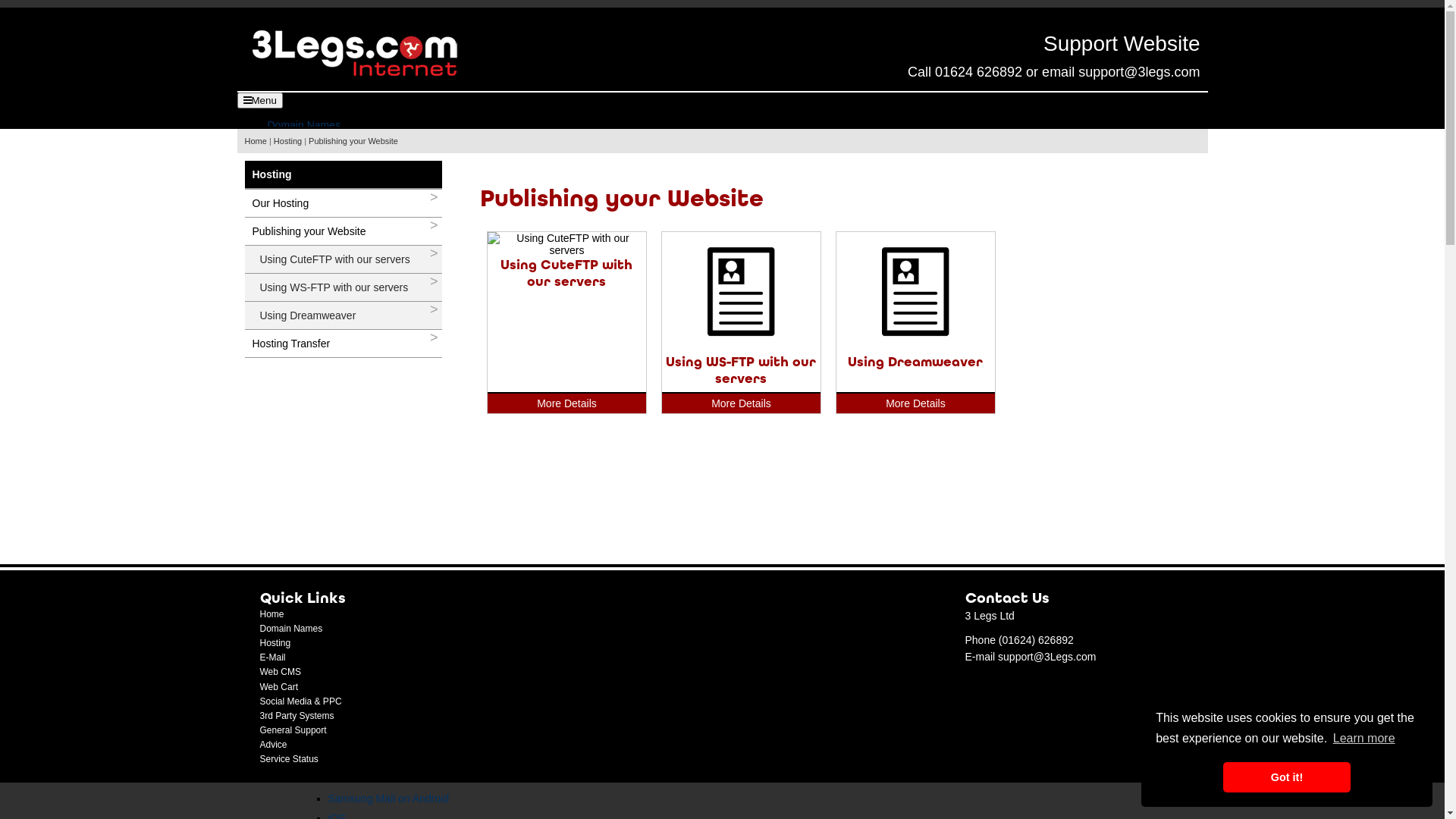 This screenshot has width=1456, height=819. What do you see at coordinates (353, 52) in the screenshot?
I see `'Back to Homepage'` at bounding box center [353, 52].